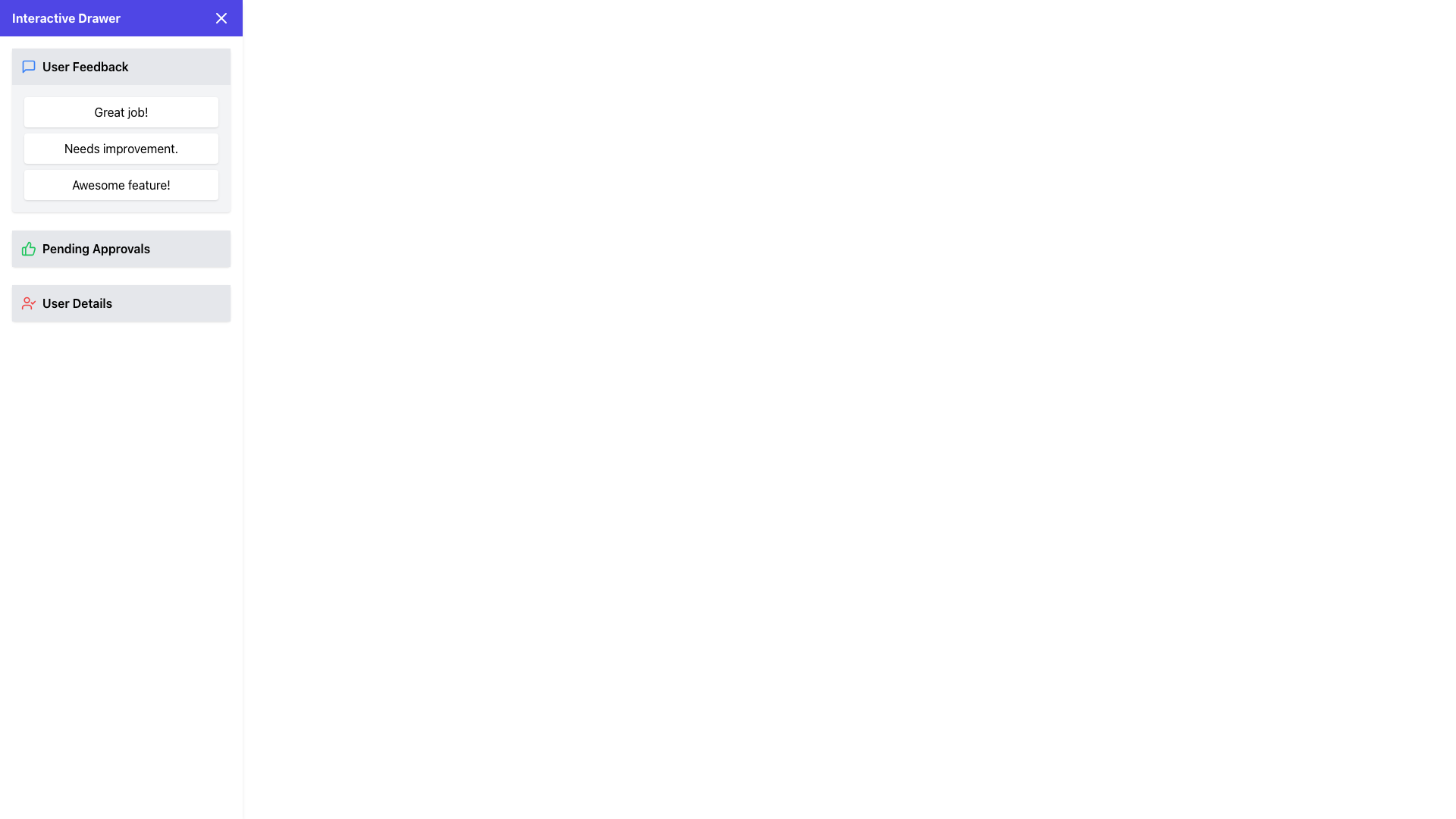  What do you see at coordinates (120, 303) in the screenshot?
I see `the 'User Details' text label, which has a gray background and a user profile icon with a checkmark styled in red, located in the sidebar below 'Pending Approvals'` at bounding box center [120, 303].